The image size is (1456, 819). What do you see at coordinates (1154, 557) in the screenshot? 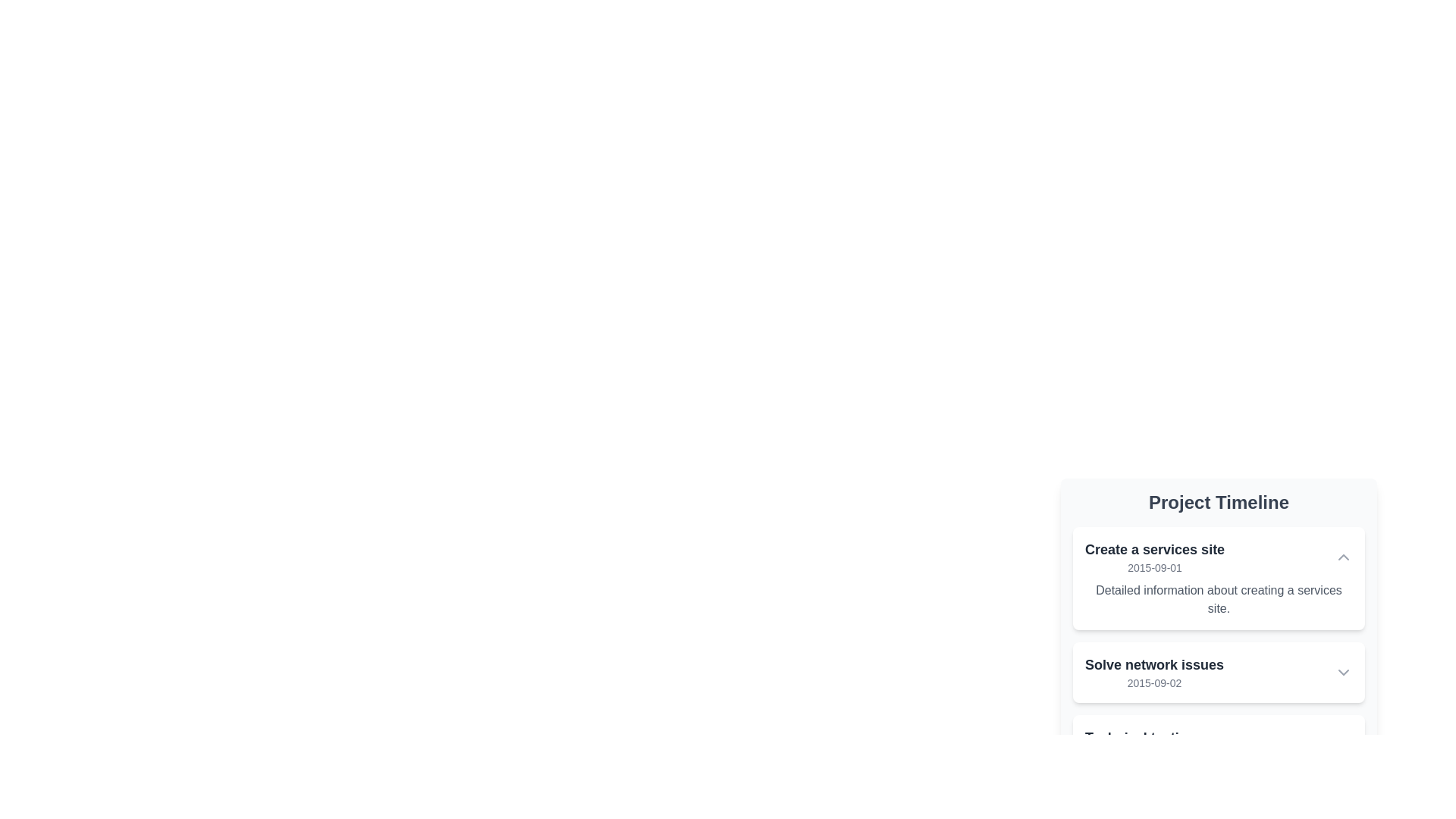
I see `the List item header displaying 'Create a services site'` at bounding box center [1154, 557].